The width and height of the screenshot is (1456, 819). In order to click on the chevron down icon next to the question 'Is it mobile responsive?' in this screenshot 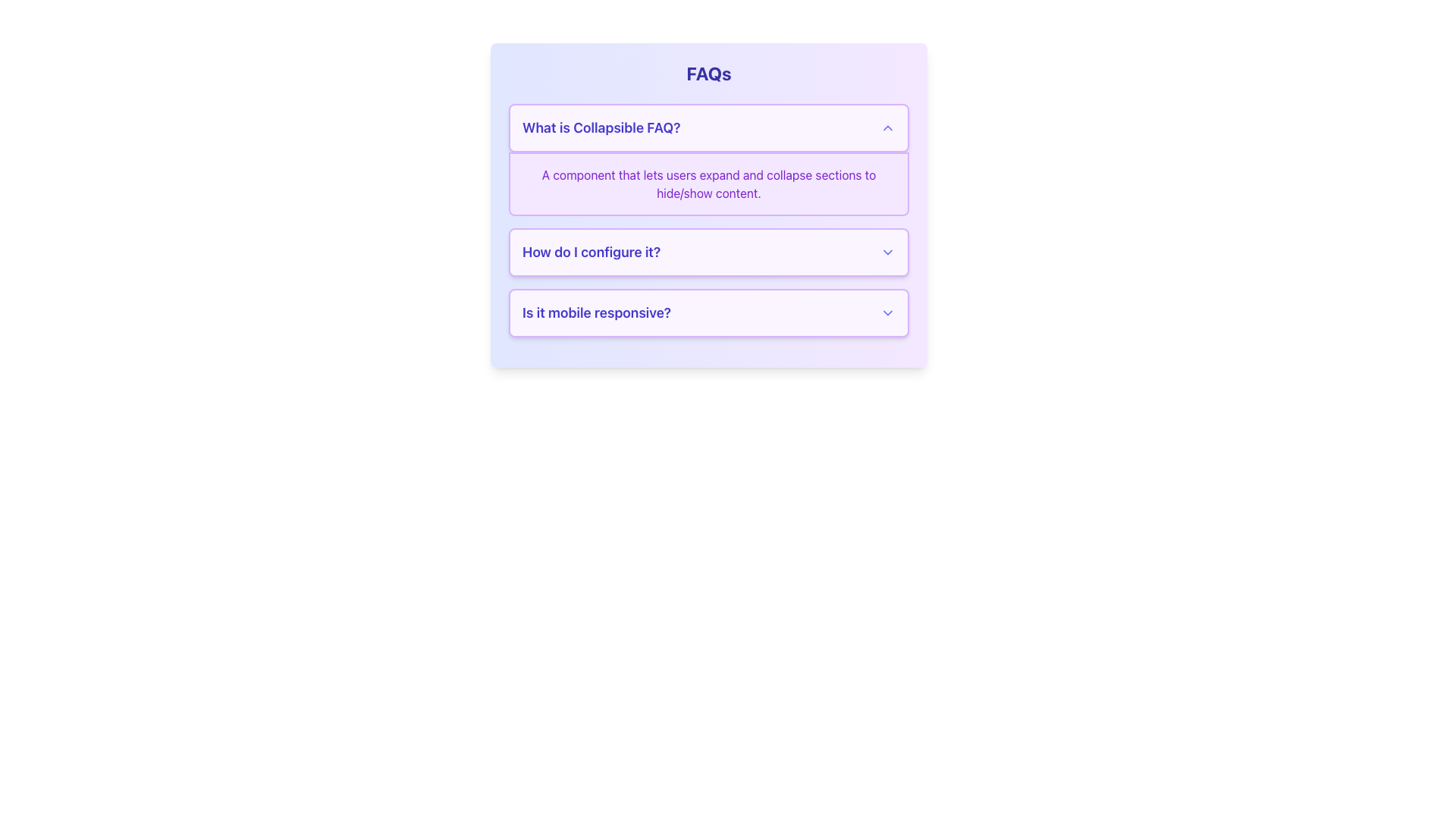, I will do `click(888, 312)`.